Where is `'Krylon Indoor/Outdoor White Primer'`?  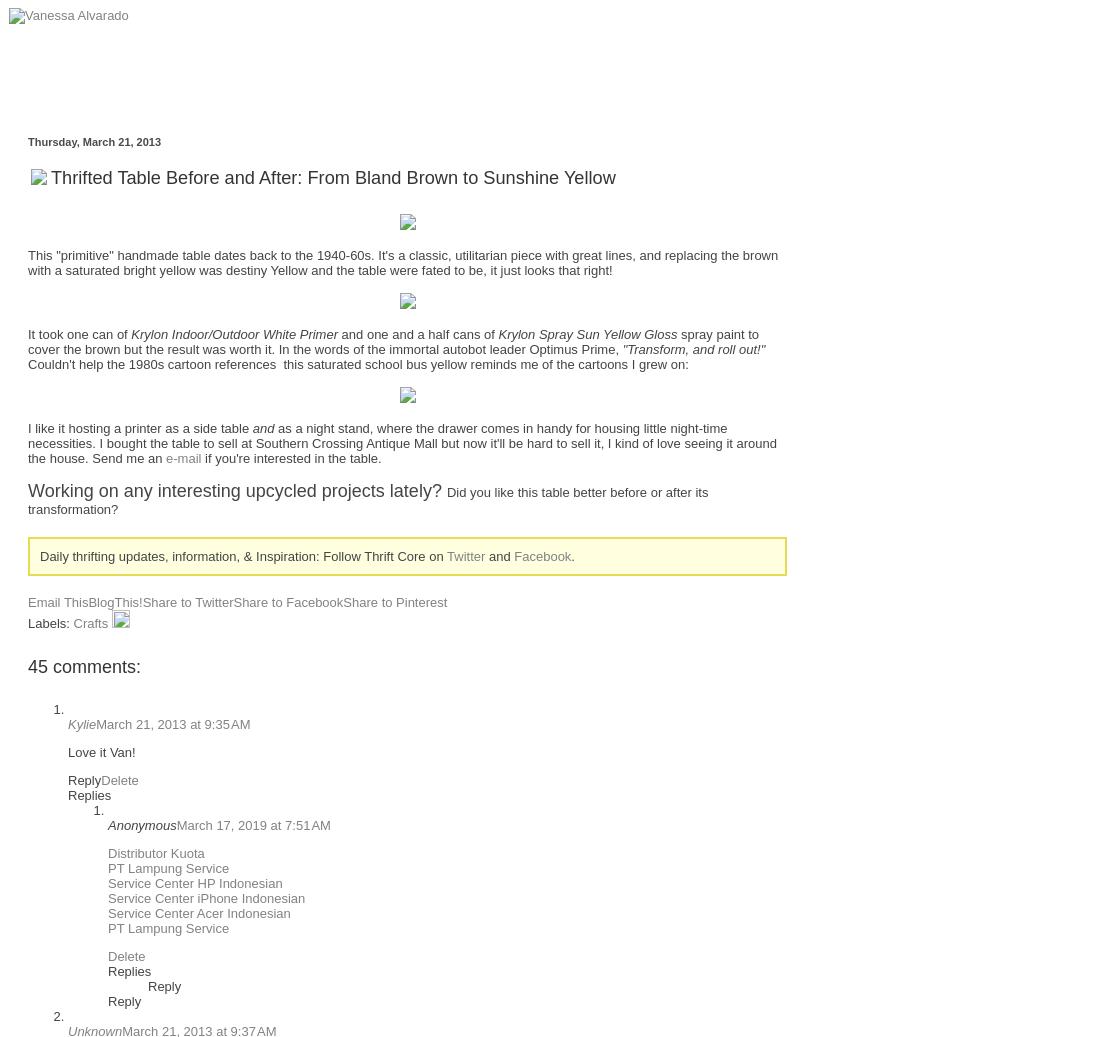
'Krylon Indoor/Outdoor White Primer' is located at coordinates (233, 332).